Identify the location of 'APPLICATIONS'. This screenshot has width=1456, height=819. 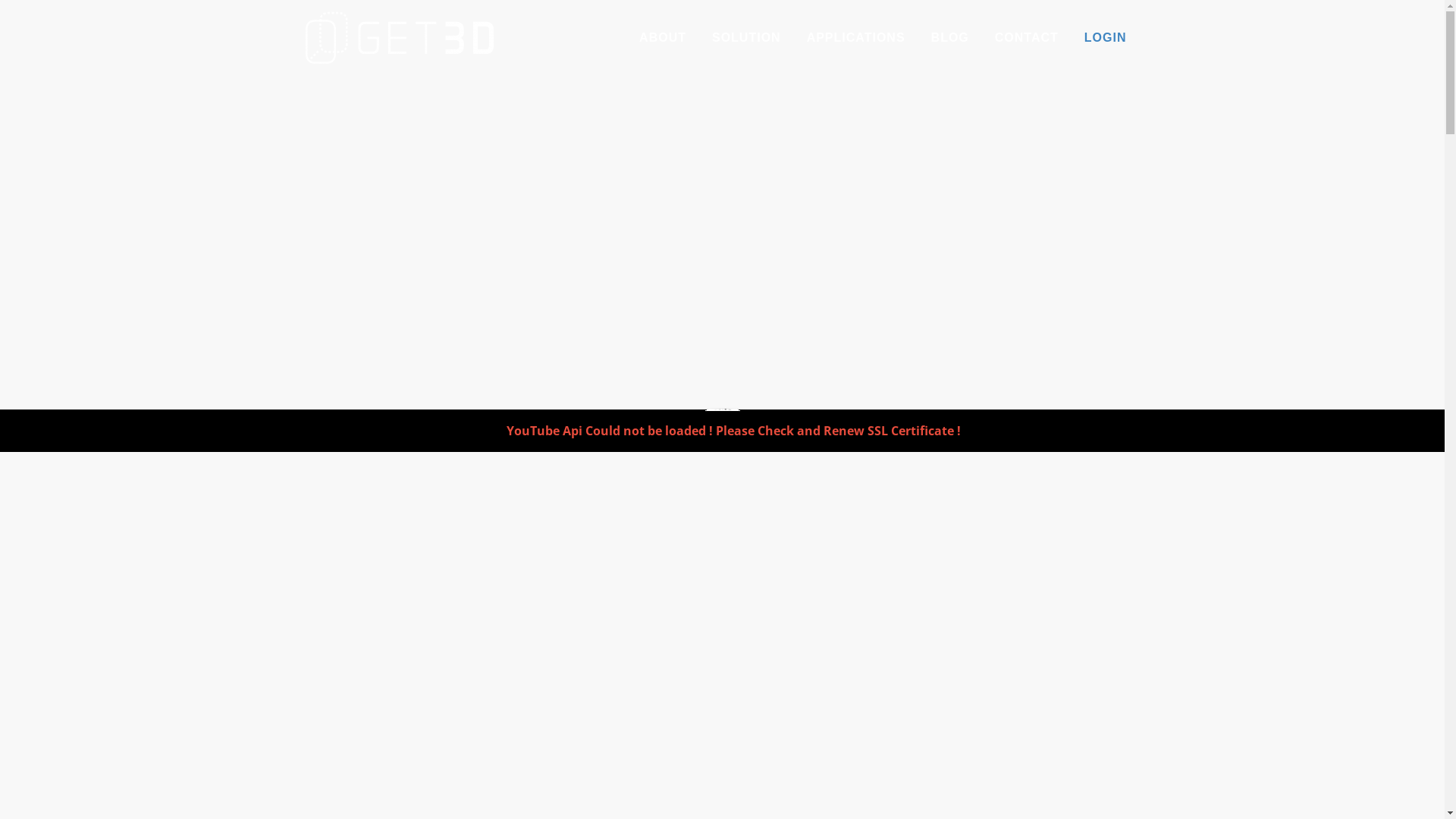
(855, 37).